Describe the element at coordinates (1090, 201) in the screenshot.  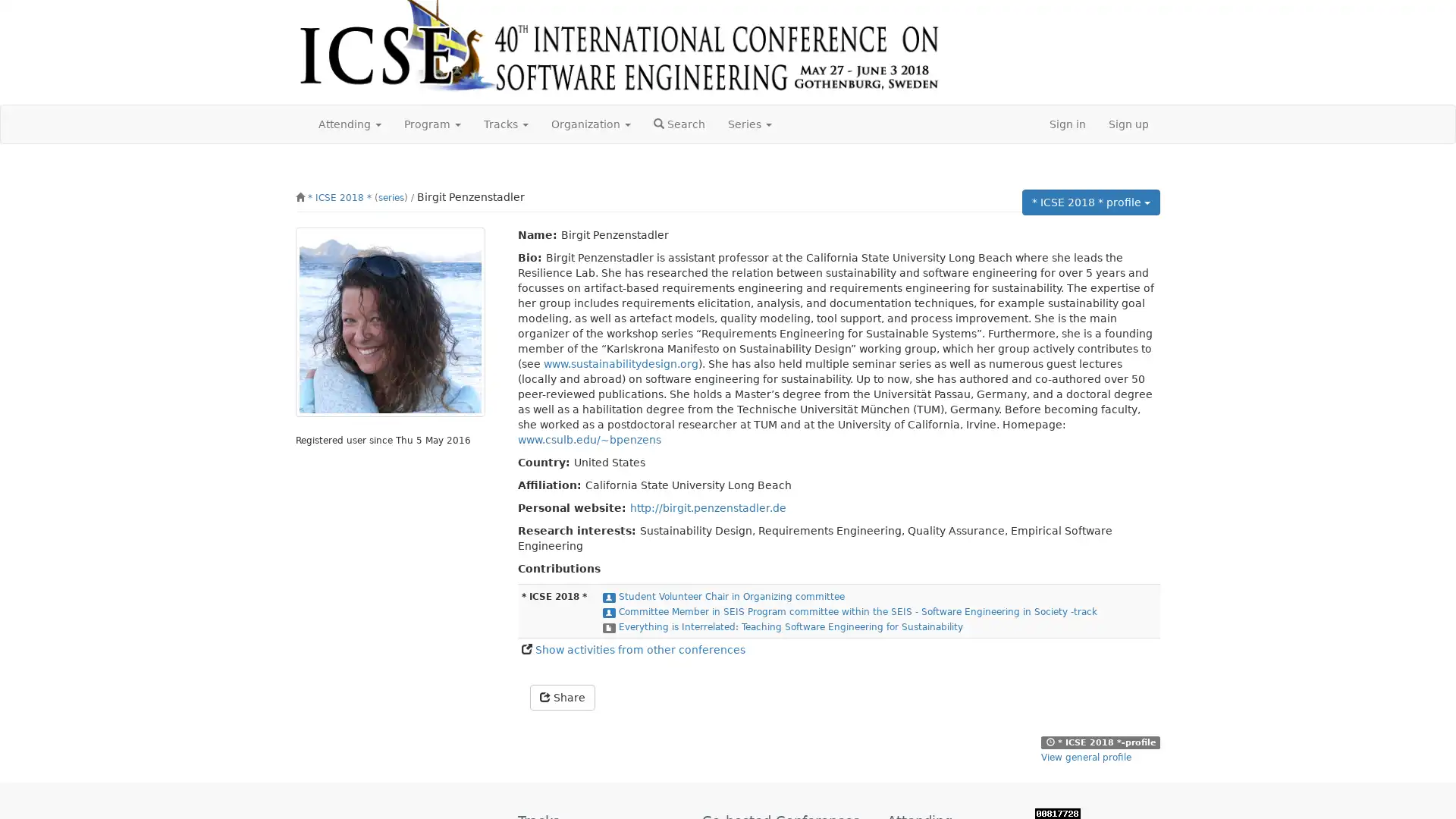
I see `* ICSE 2018 * profile` at that location.